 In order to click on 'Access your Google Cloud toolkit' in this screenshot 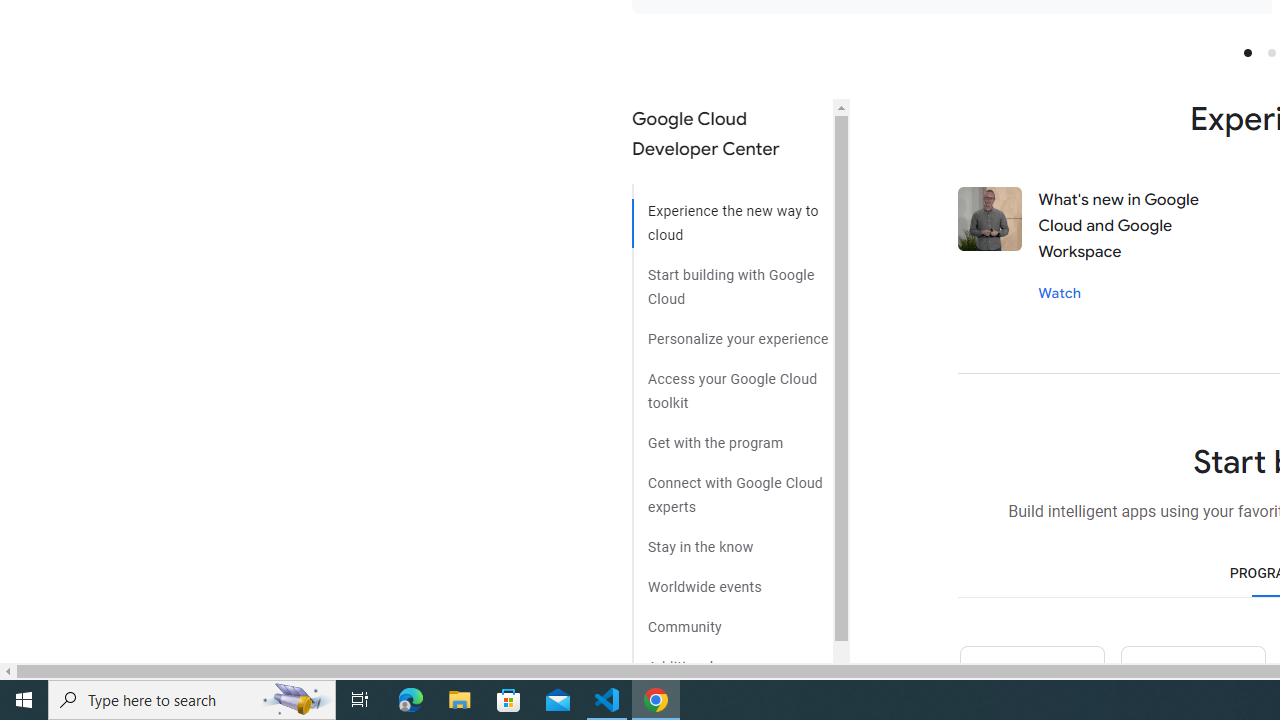, I will do `click(731, 384)`.